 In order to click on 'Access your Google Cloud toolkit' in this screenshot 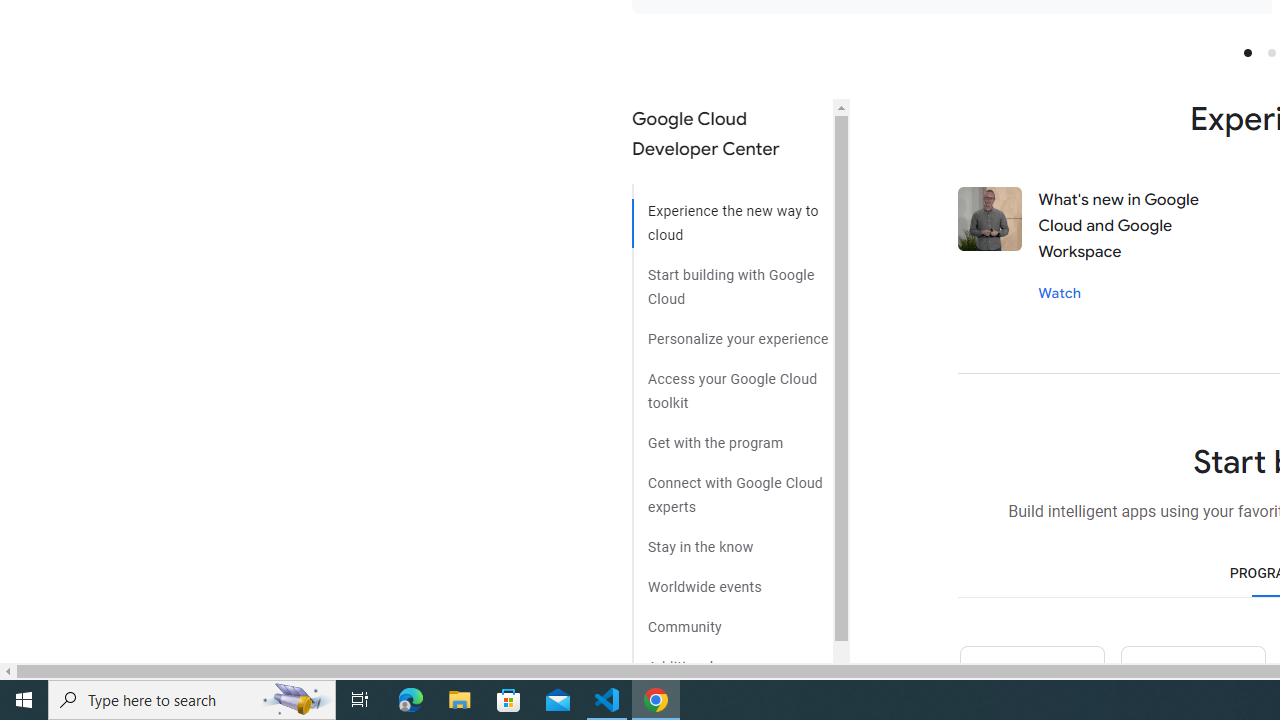, I will do `click(731, 384)`.